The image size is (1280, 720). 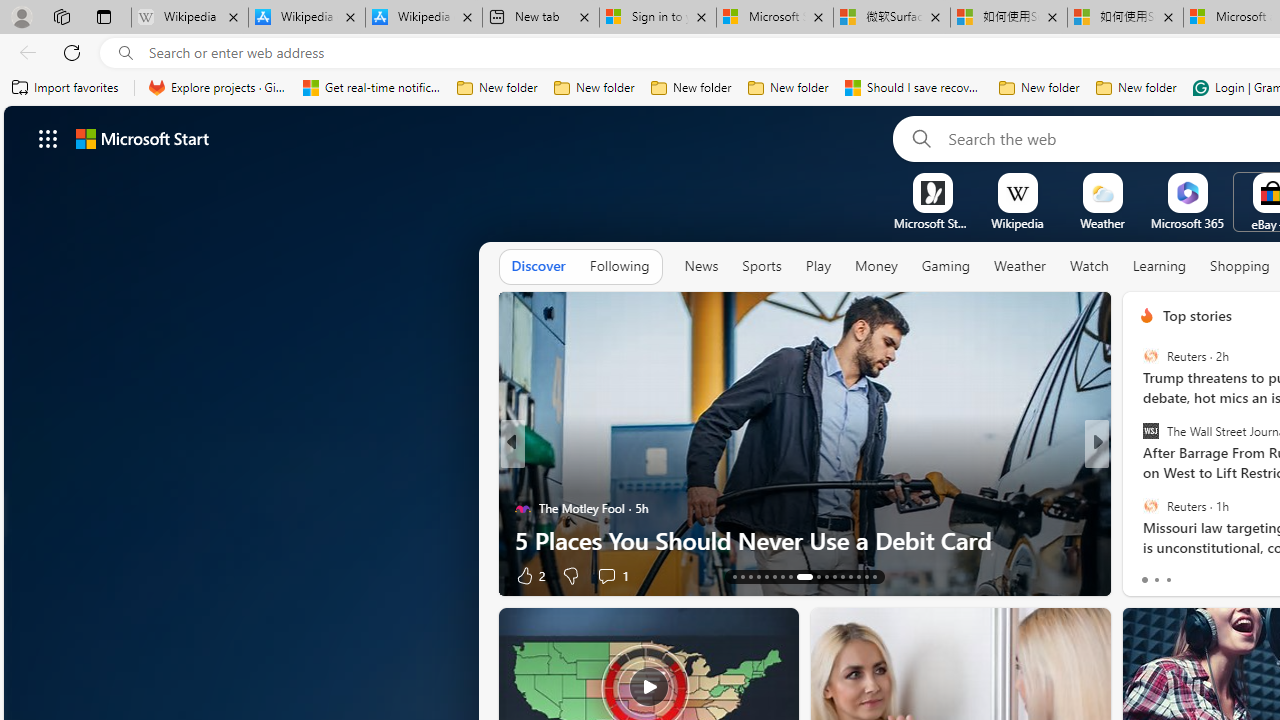 I want to click on 'Gaming', so click(x=944, y=266).